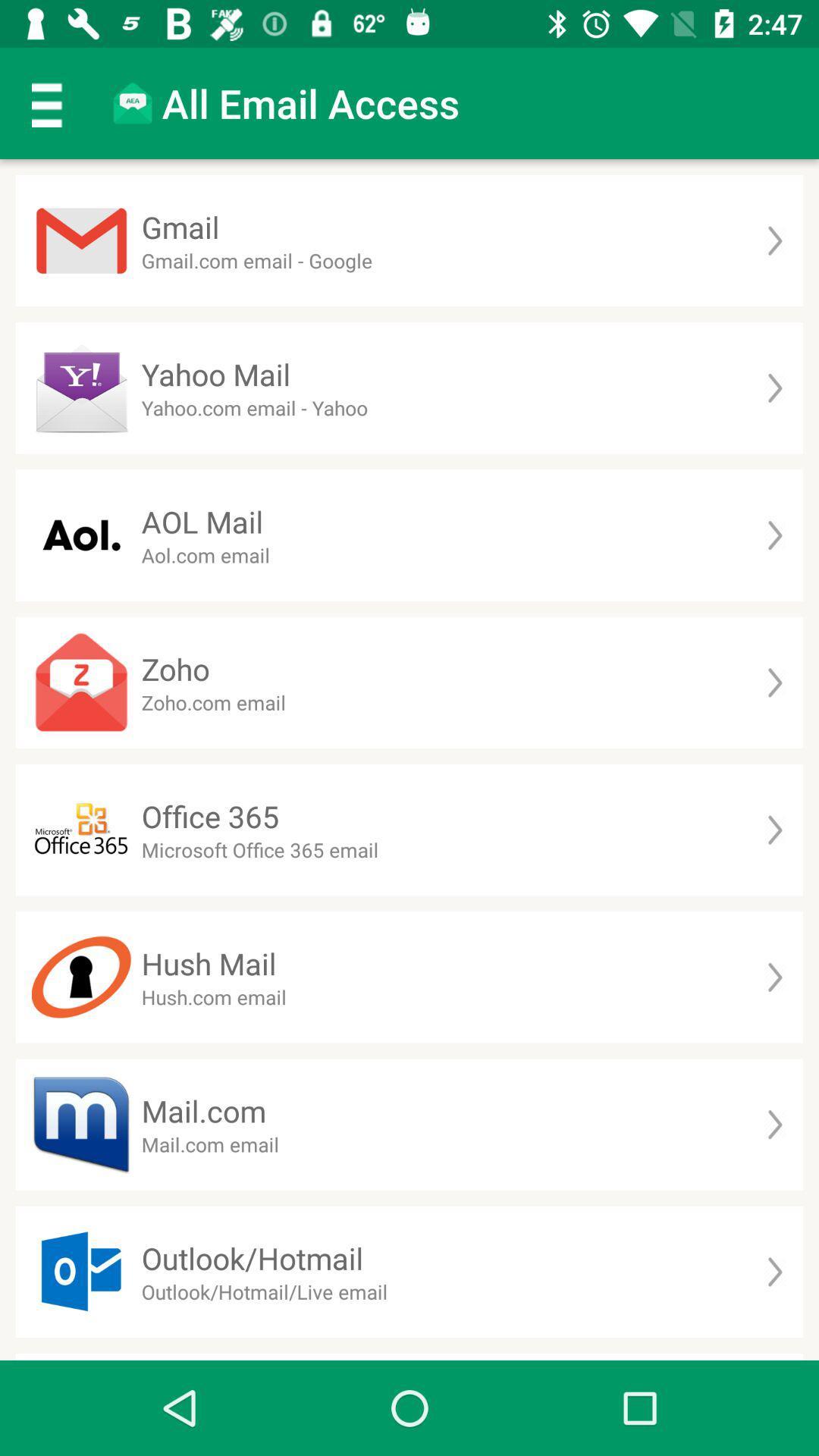  I want to click on app above the hush.com email icon, so click(209, 962).